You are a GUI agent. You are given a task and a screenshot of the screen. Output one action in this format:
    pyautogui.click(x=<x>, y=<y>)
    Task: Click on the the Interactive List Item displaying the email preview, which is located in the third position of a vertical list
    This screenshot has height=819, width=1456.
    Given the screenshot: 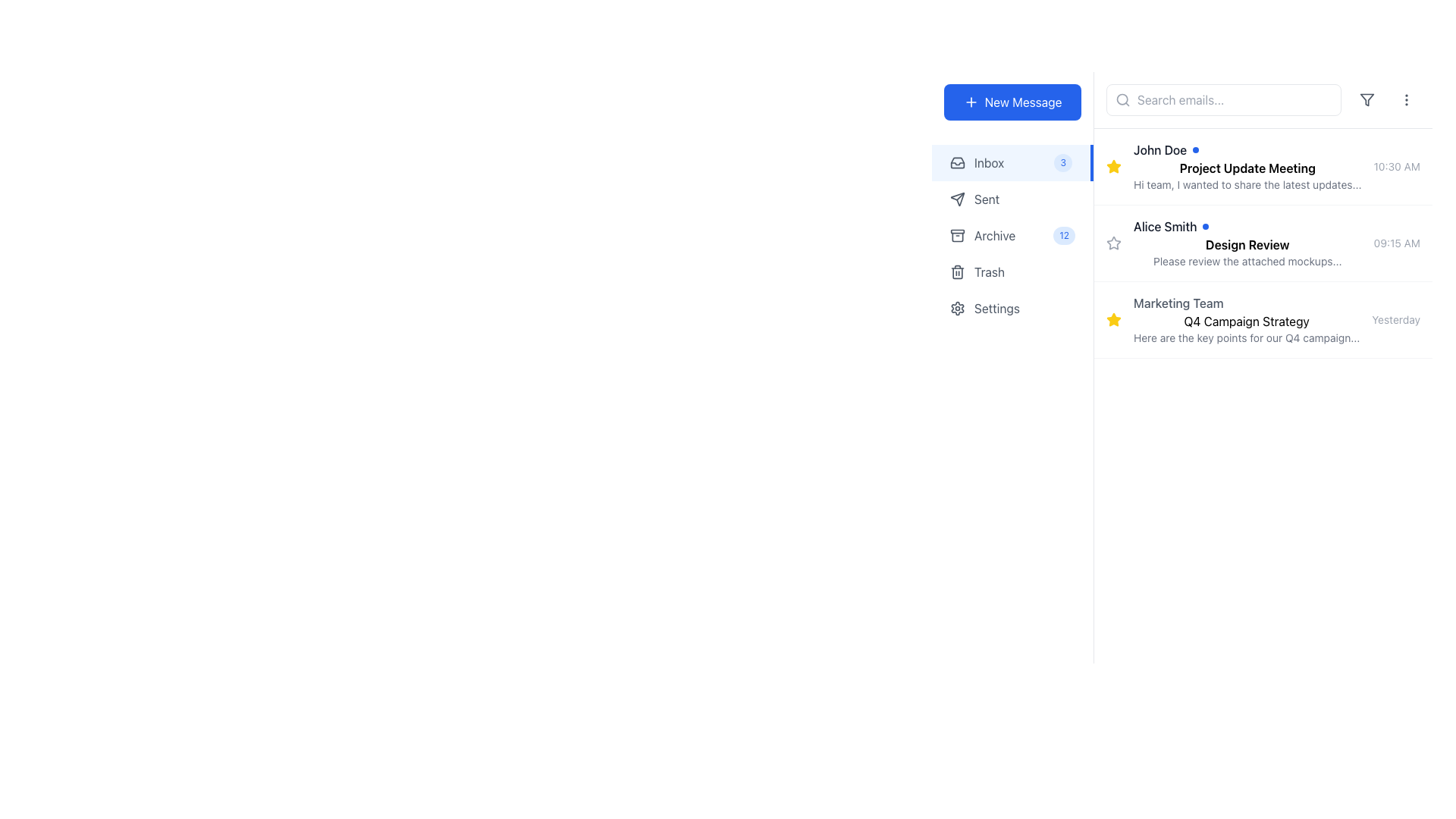 What is the action you would take?
    pyautogui.click(x=1263, y=318)
    